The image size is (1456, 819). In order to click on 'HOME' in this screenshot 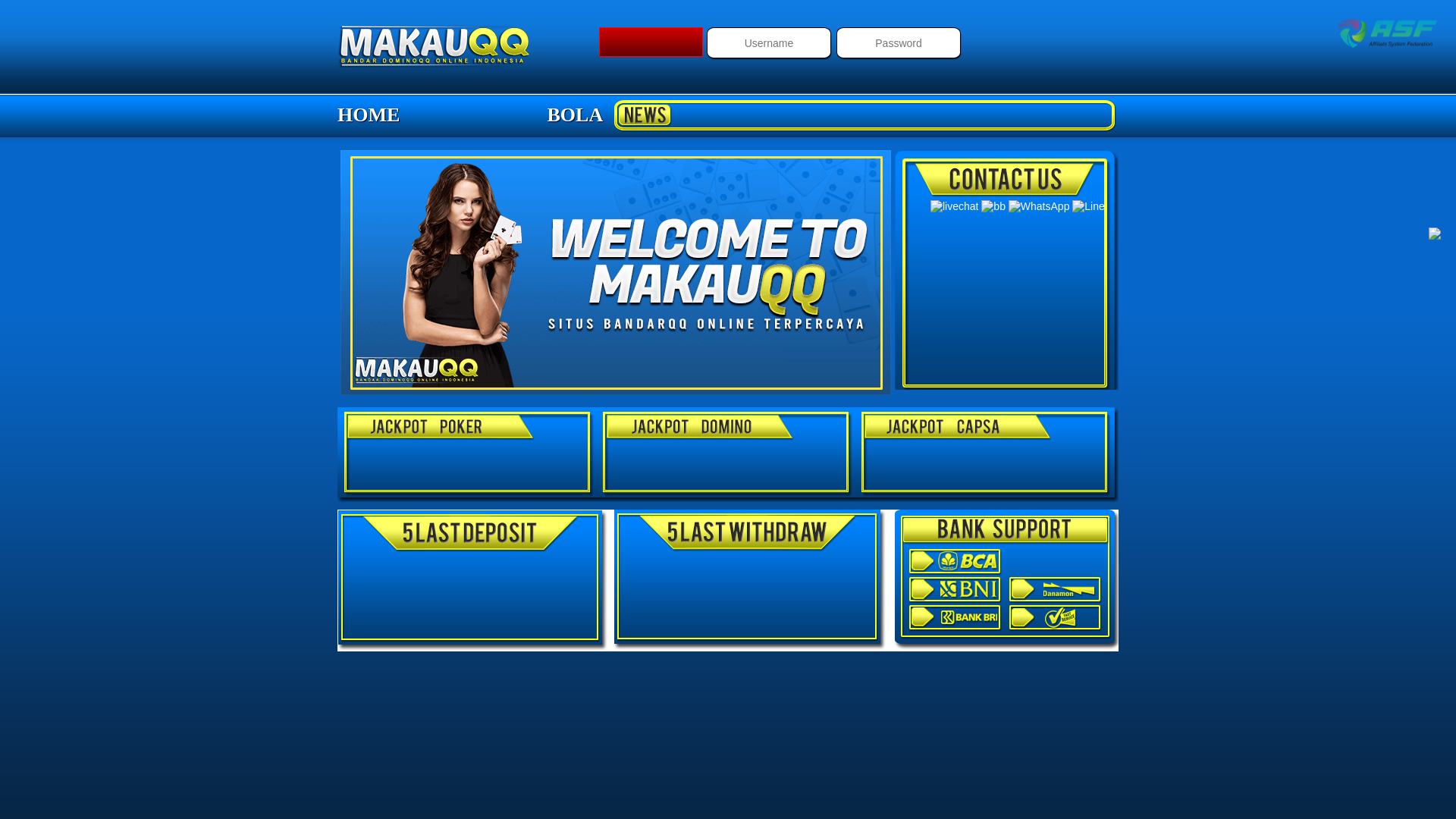, I will do `click(368, 114)`.